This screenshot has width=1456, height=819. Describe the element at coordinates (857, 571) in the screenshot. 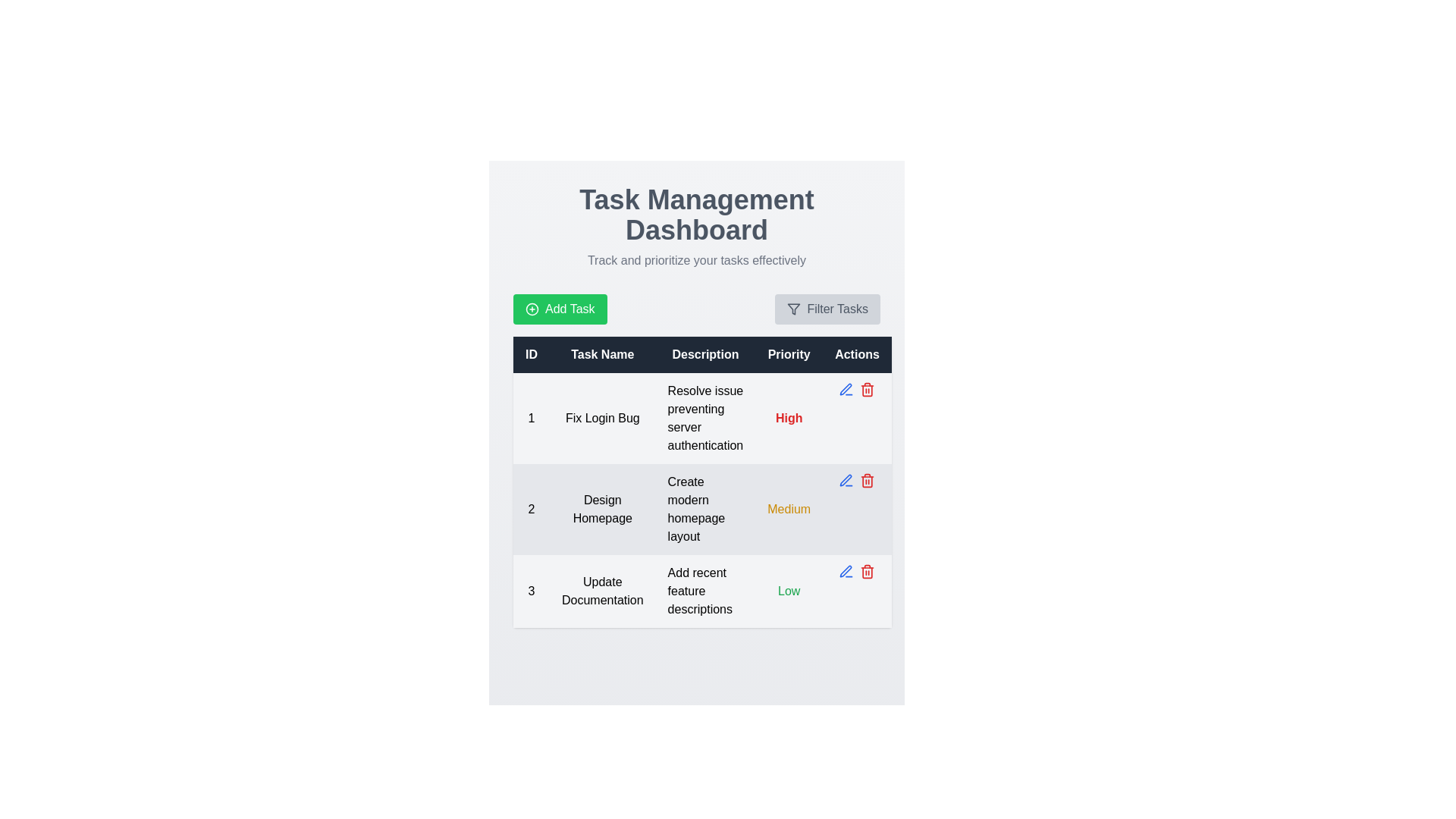

I see `the trash bin icon in the 'Actions' column of the 'Update Documentation' row` at that location.